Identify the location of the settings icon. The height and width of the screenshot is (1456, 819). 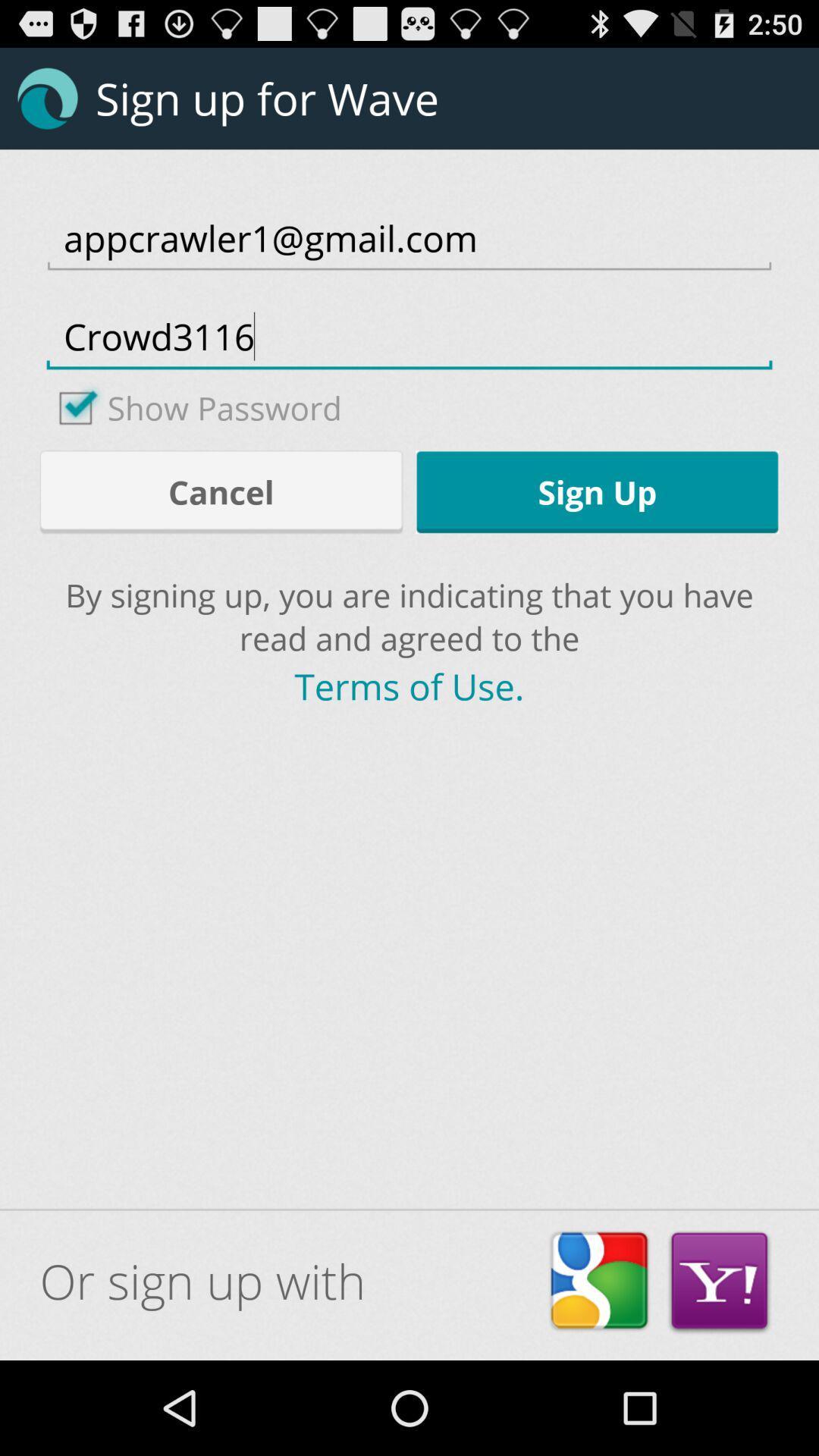
(596, 526).